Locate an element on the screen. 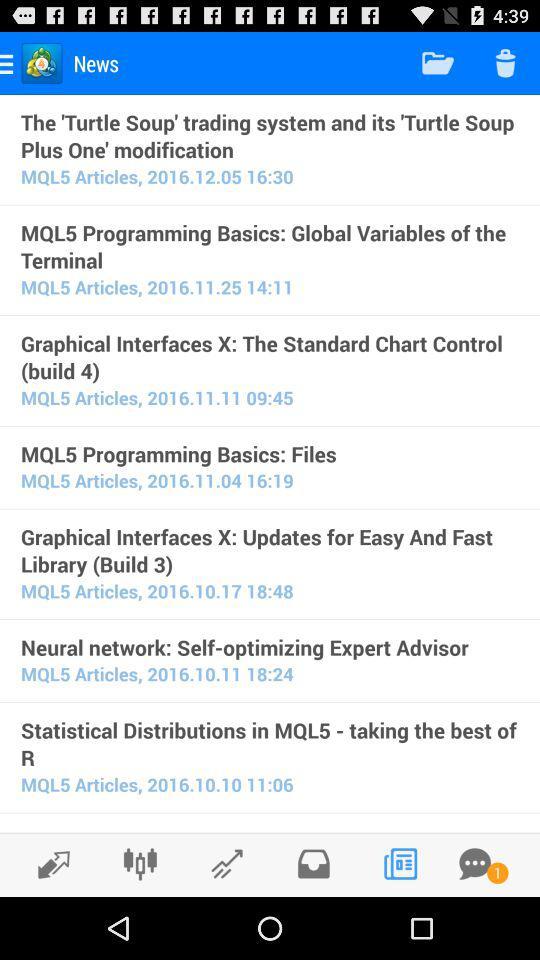  the chat icon is located at coordinates (474, 924).